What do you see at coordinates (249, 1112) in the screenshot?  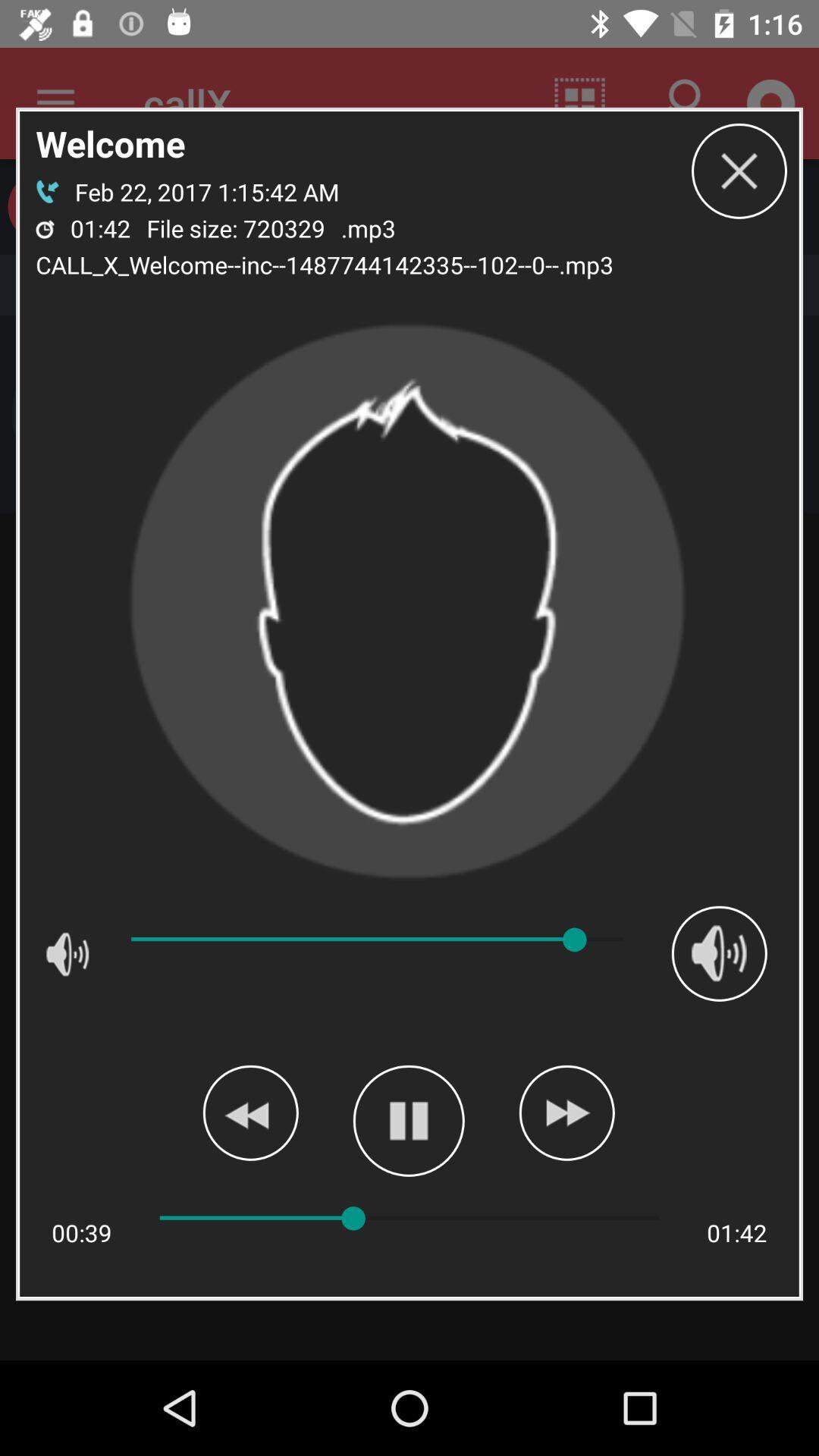 I see `tracks backward for an audio file` at bounding box center [249, 1112].